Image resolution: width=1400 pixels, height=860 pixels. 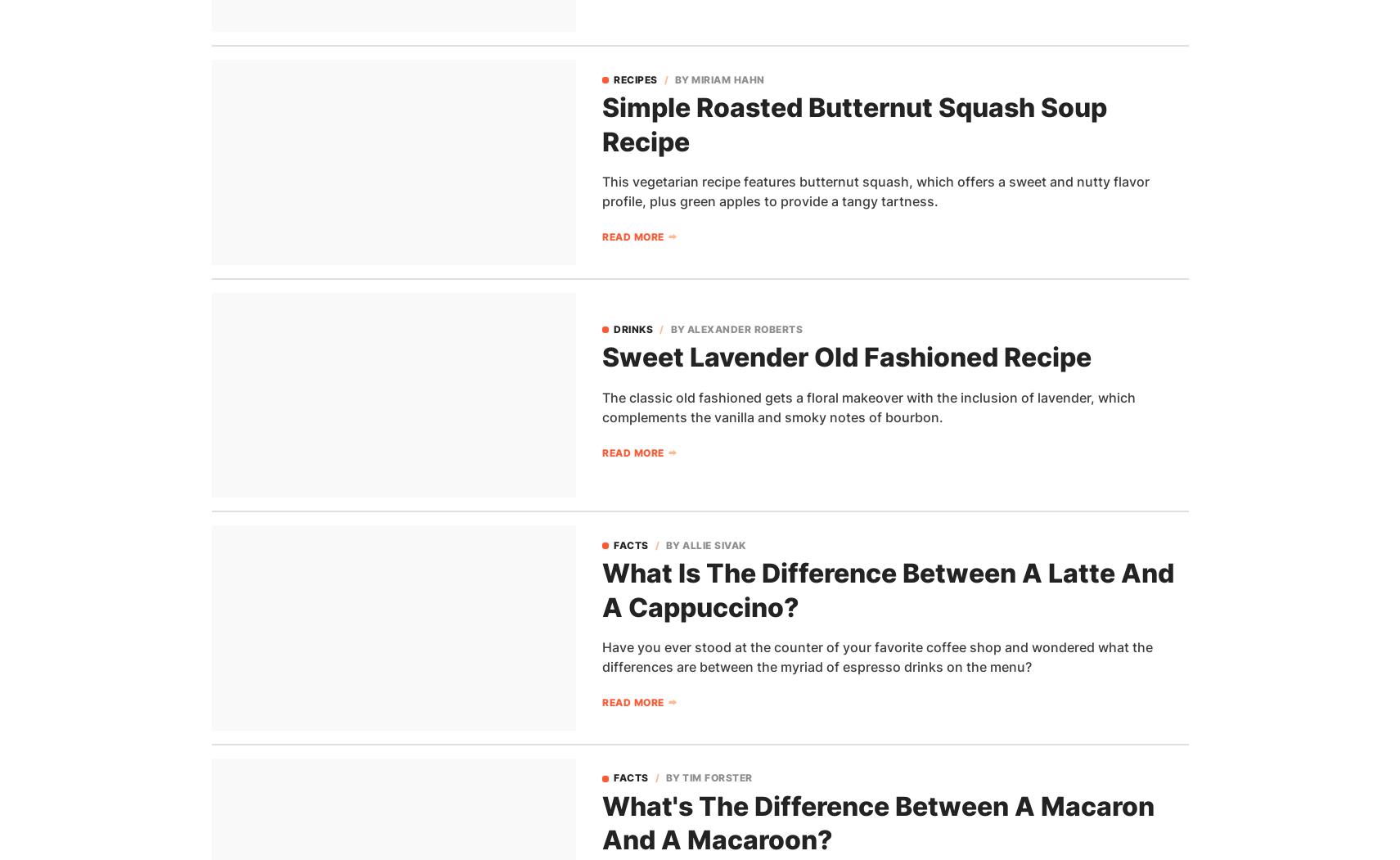 I want to click on 'Simple Roasted Butternut Squash Soup Recipe', so click(x=854, y=123).